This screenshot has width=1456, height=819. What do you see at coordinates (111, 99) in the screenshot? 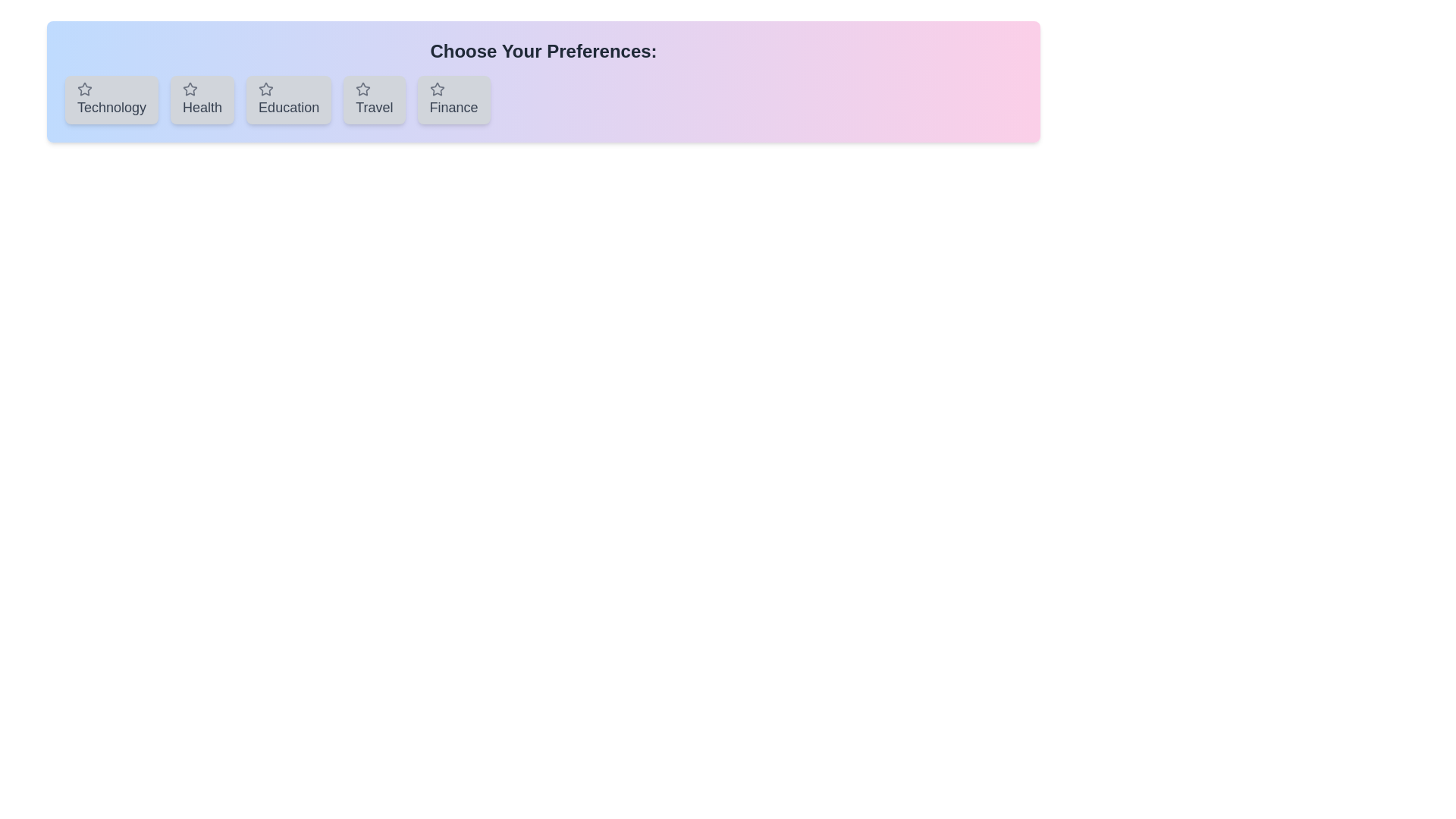
I see `the preference button labeled Technology to toggle its selection state` at bounding box center [111, 99].